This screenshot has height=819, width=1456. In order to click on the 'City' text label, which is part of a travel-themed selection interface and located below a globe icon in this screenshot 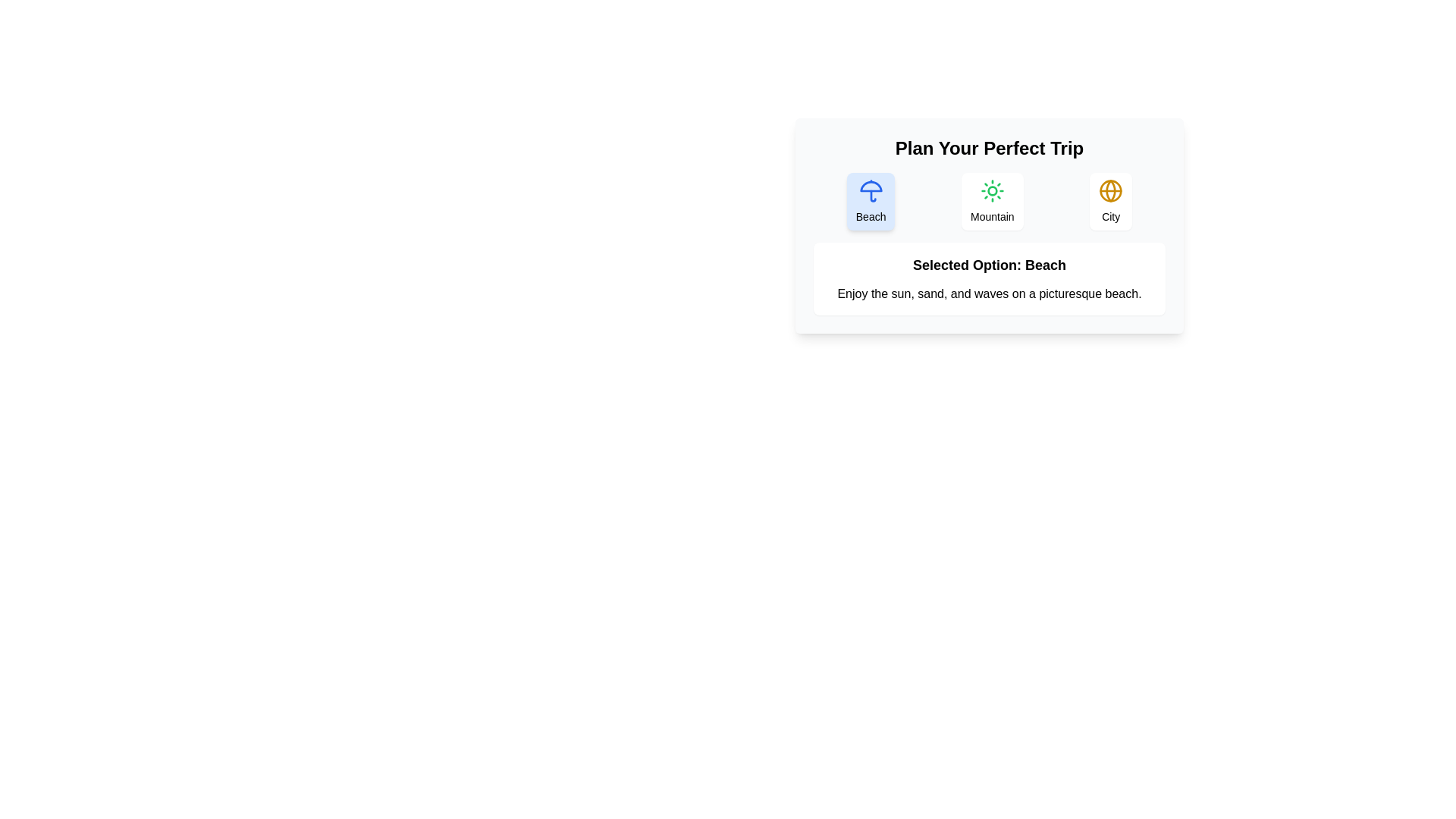, I will do `click(1111, 216)`.